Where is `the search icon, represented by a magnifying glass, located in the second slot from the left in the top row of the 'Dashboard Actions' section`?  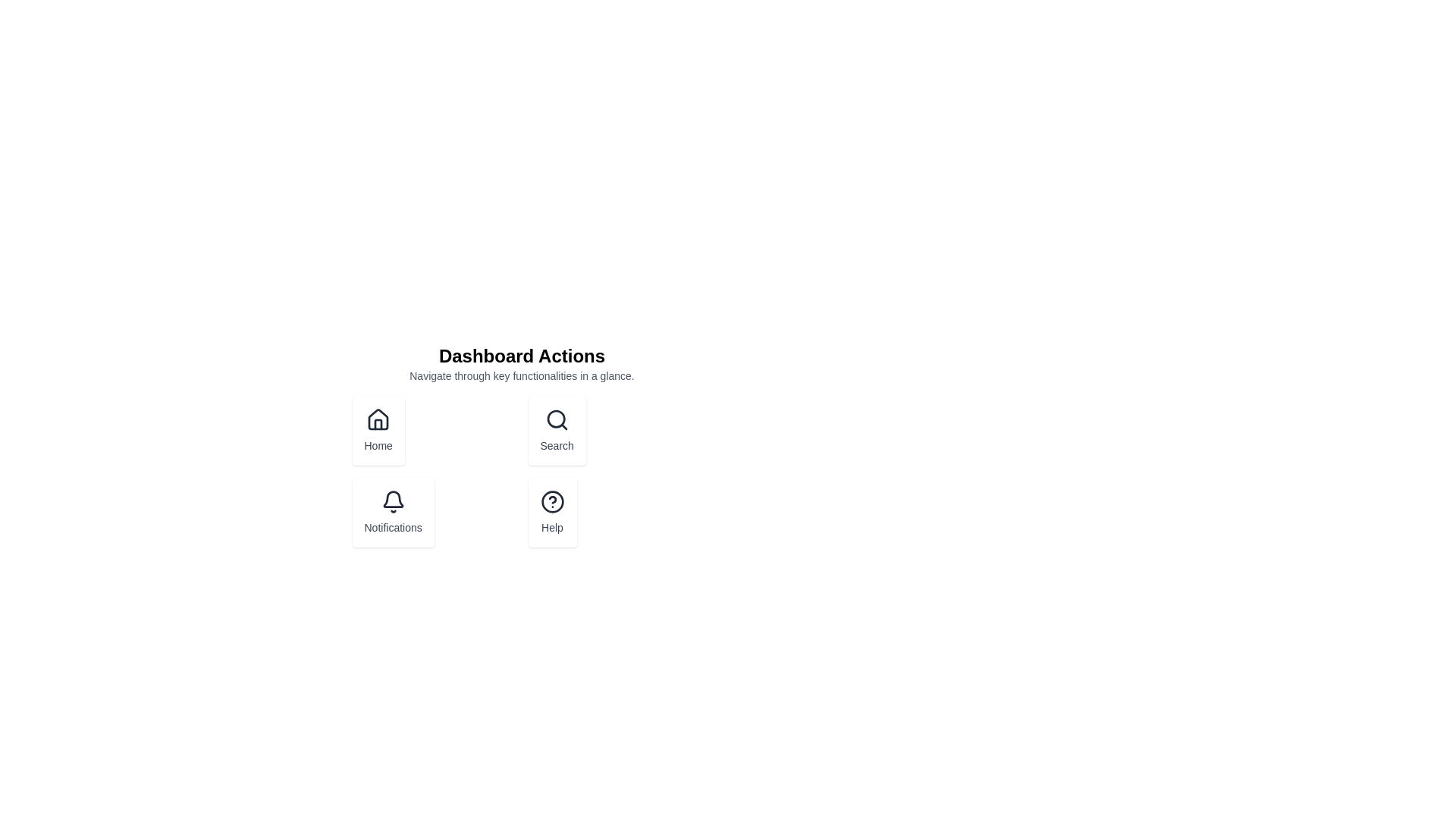
the search icon, represented by a magnifying glass, located in the second slot from the left in the top row of the 'Dashboard Actions' section is located at coordinates (556, 420).